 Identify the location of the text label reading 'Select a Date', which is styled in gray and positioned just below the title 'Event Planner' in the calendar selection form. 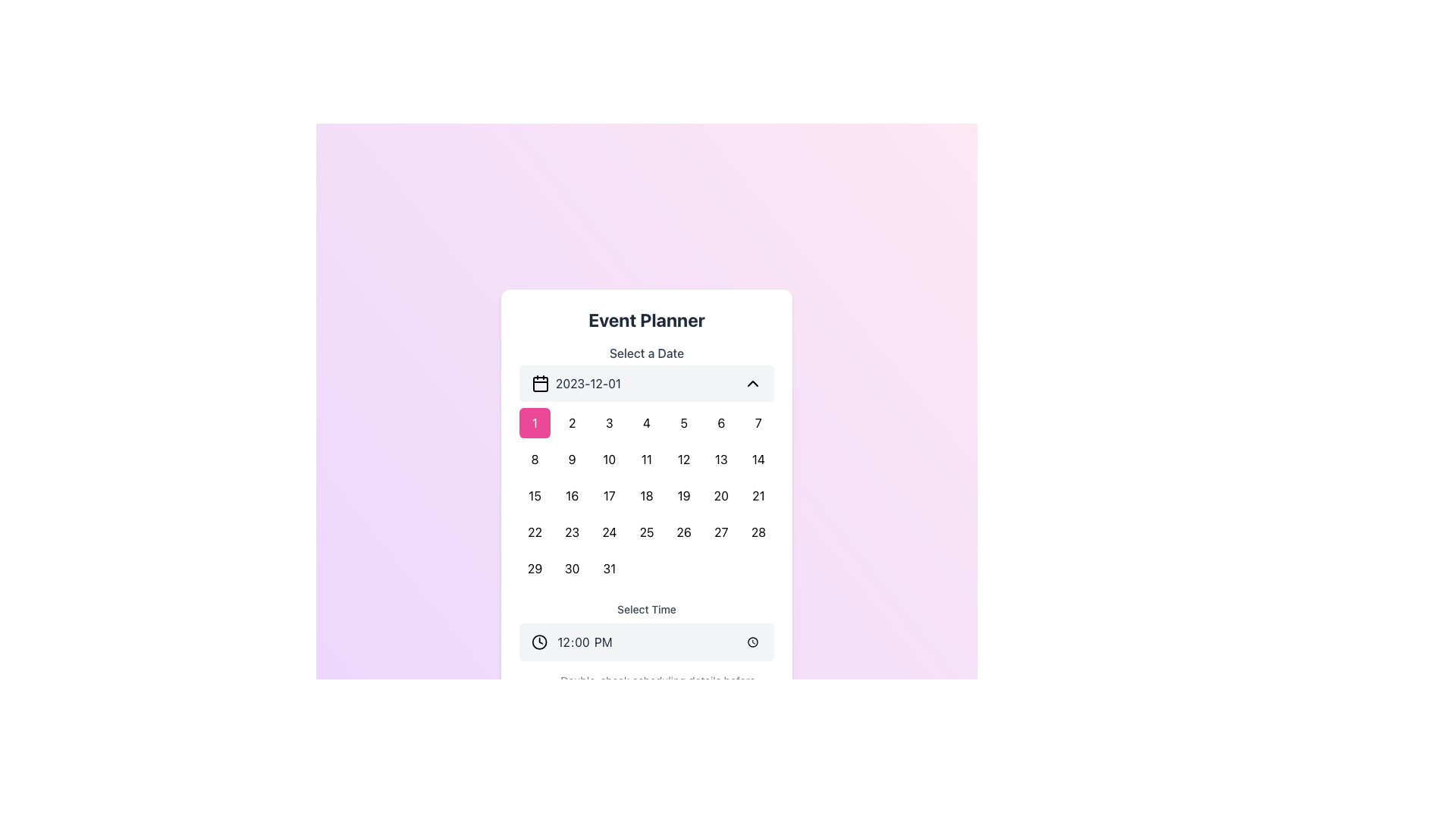
(647, 353).